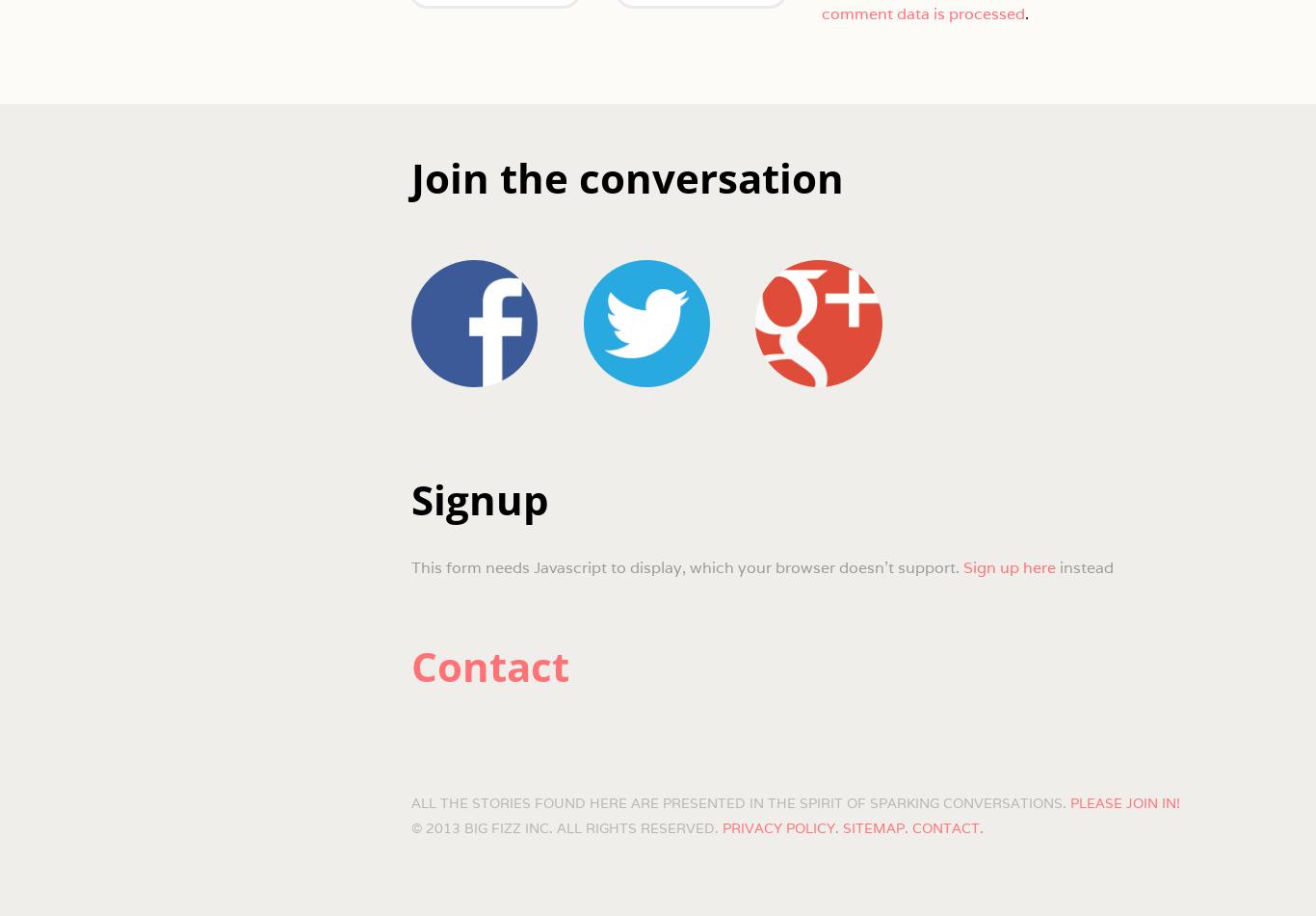 This screenshot has height=916, width=1316. What do you see at coordinates (409, 826) in the screenshot?
I see `'© 2013 Big Fizz Inc. All Rights Reserved.'` at bounding box center [409, 826].